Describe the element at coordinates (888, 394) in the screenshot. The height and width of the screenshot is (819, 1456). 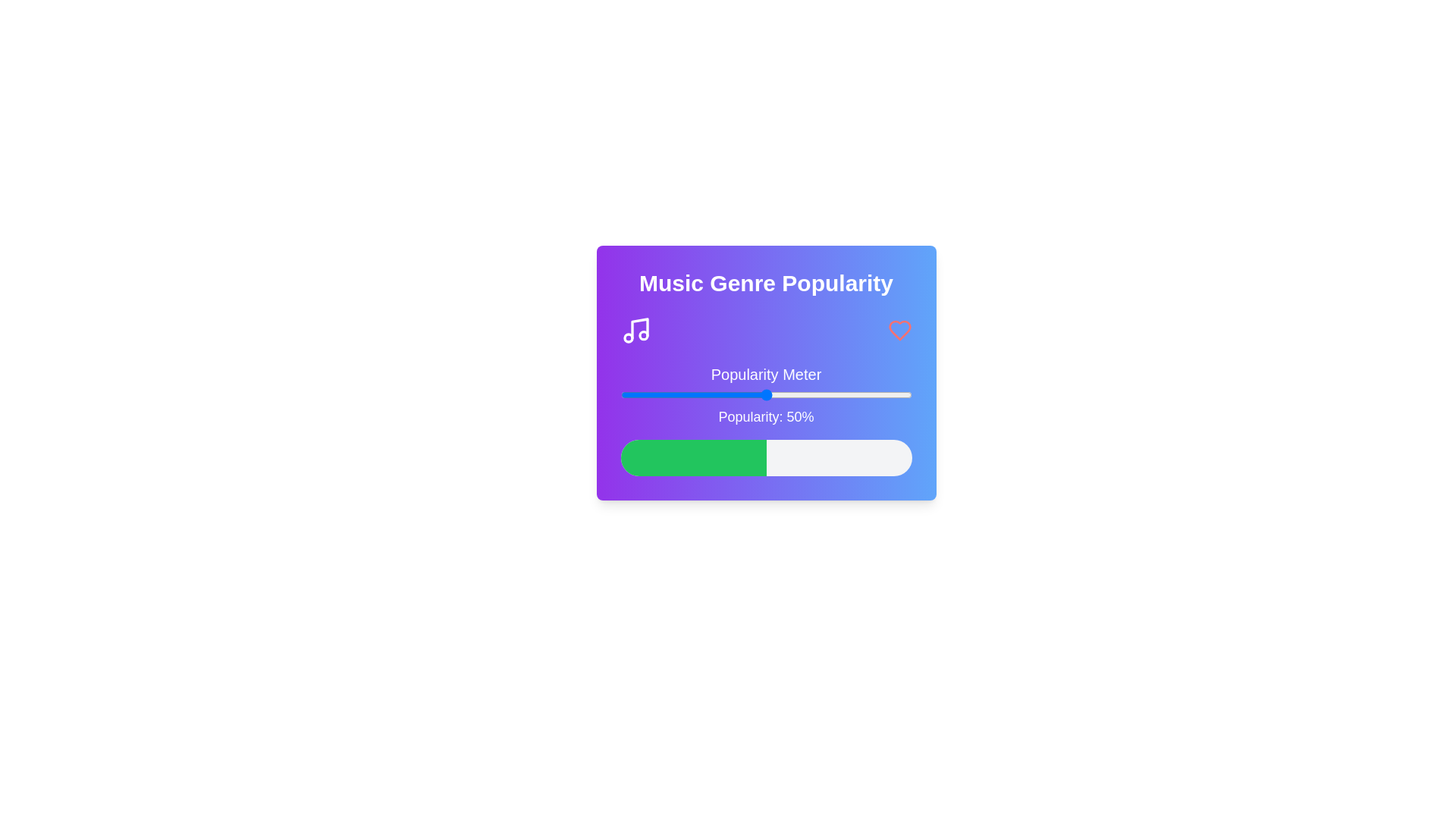
I see `the popularity slider to 92%` at that location.